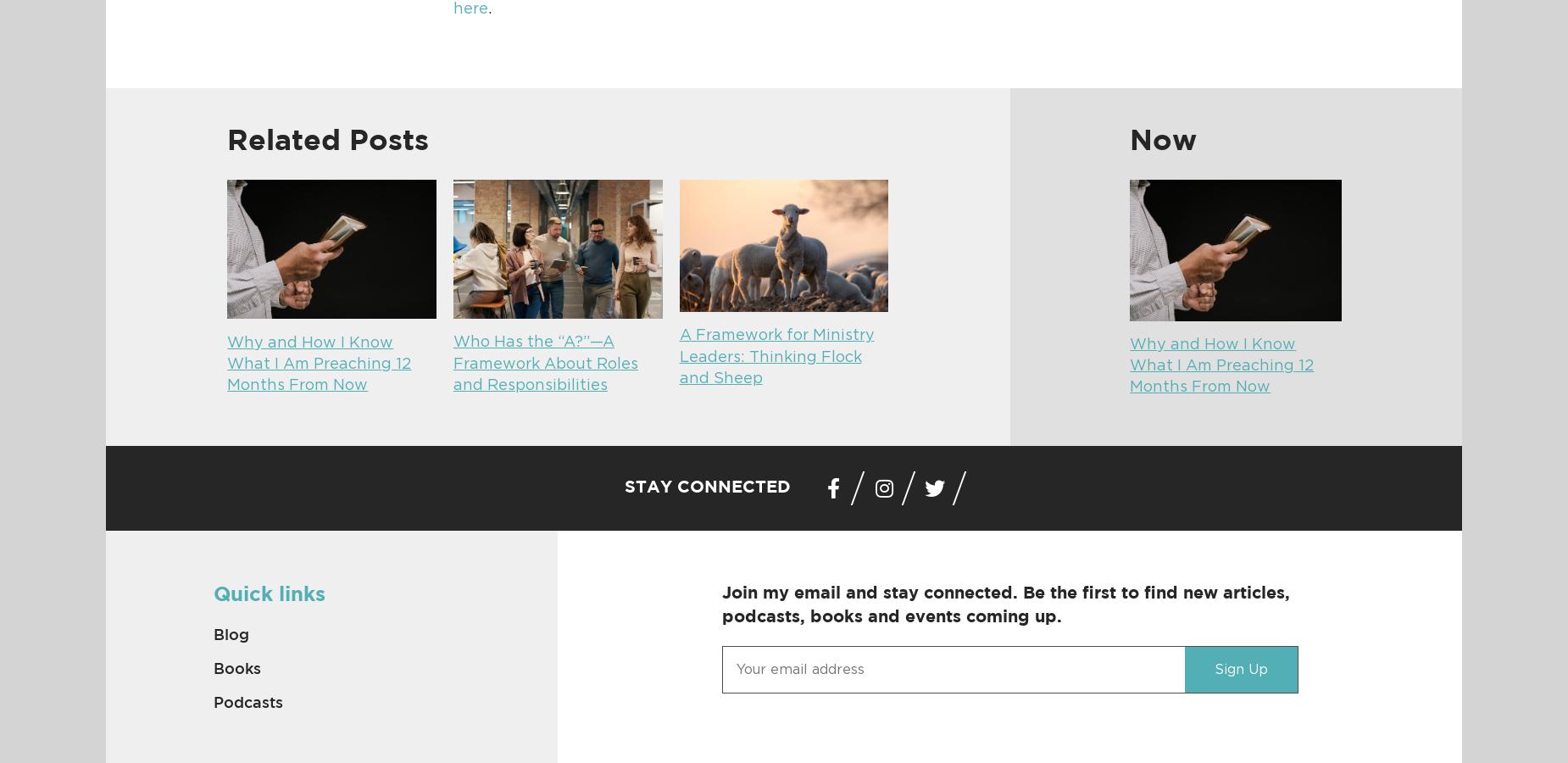 This screenshot has width=1568, height=763. What do you see at coordinates (1004, 604) in the screenshot?
I see `'Join my email and stay connected. Be the first to find
new articles, podcasts, books and events coming up.'` at bounding box center [1004, 604].